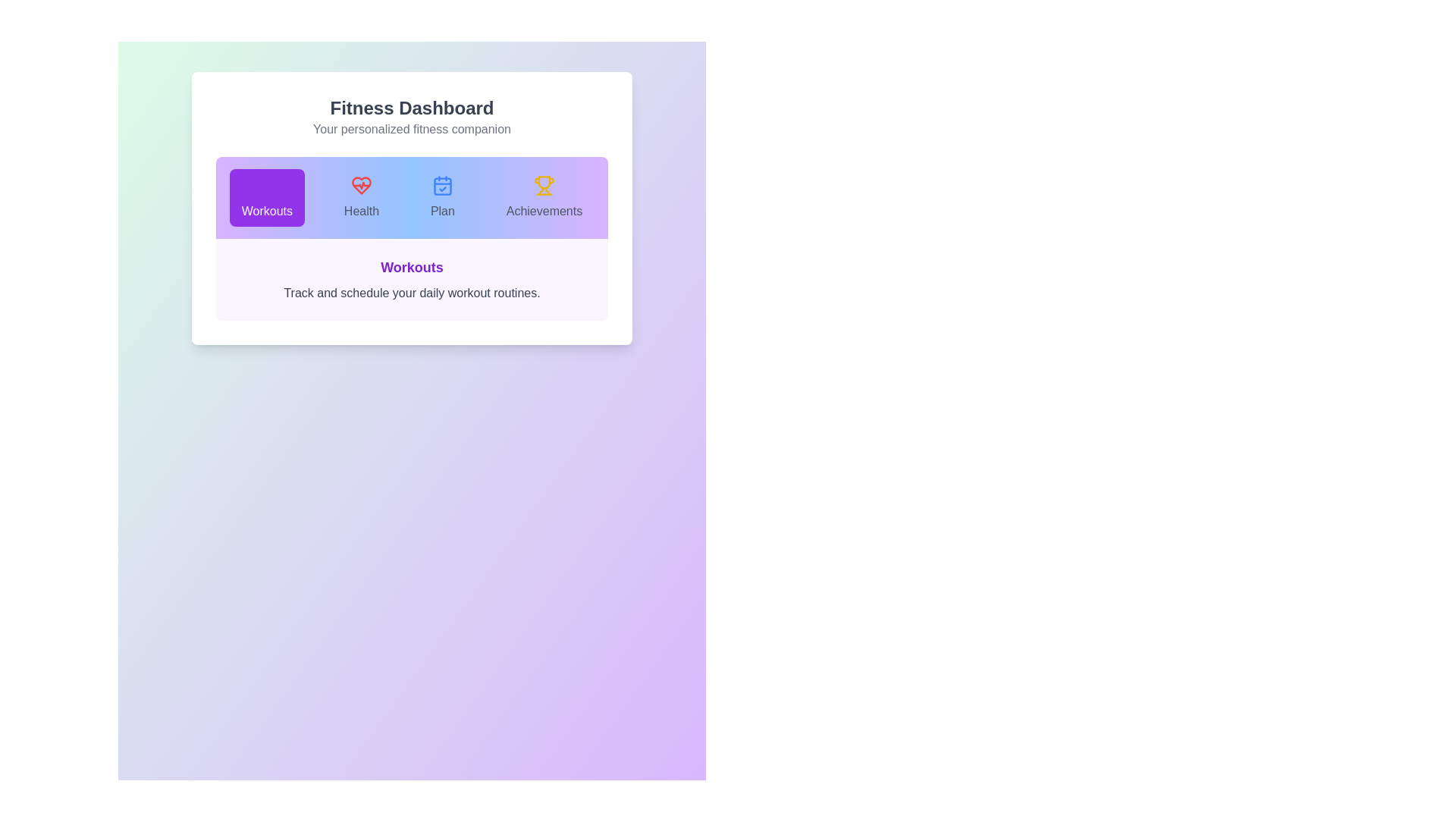  Describe the element at coordinates (266, 197) in the screenshot. I see `the 'Workouts' tab to select it` at that location.